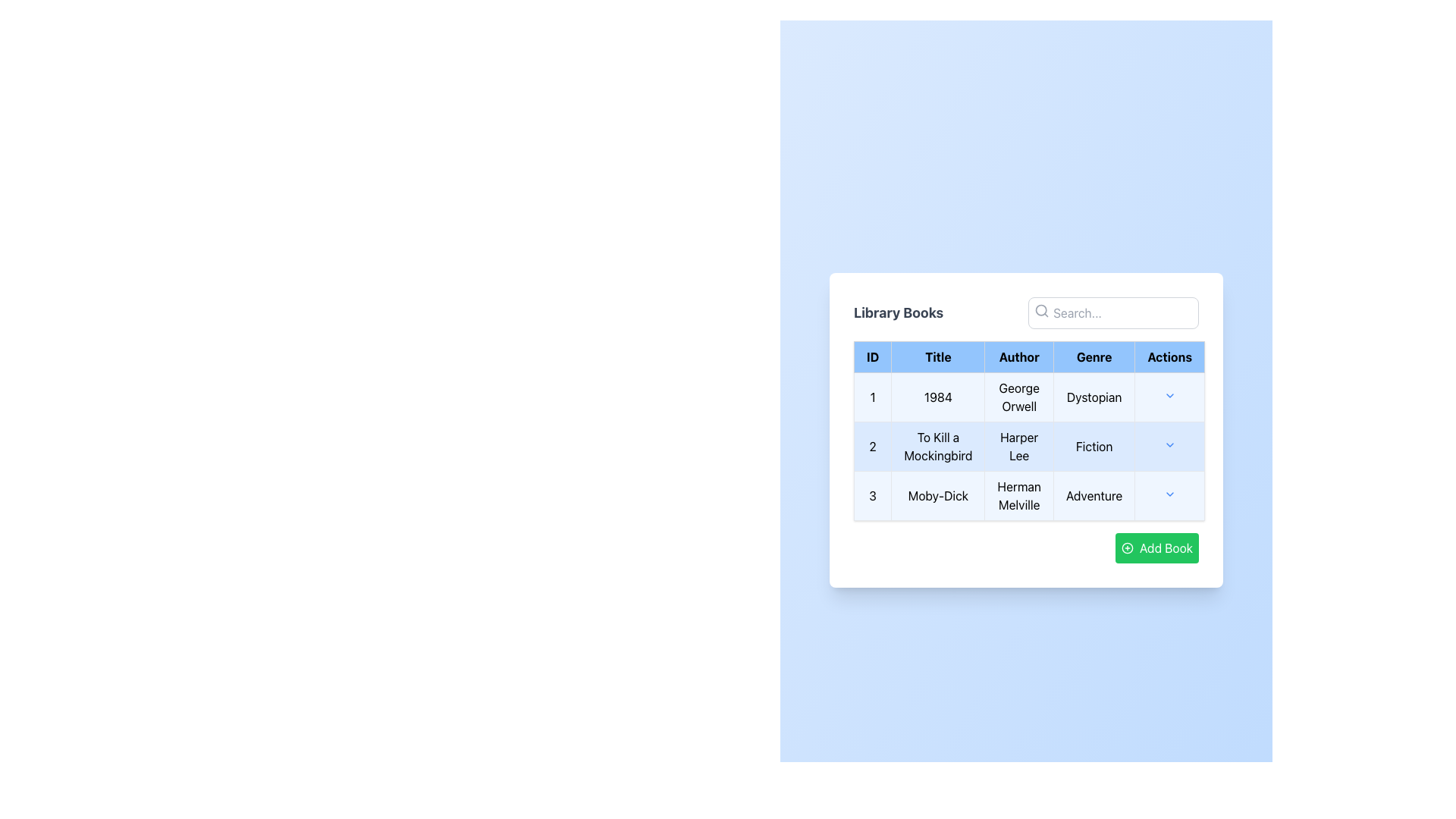 This screenshot has height=819, width=1456. Describe the element at coordinates (1019, 495) in the screenshot. I see `the text display cell containing 'Herman Melville' in the 'Author' column of the table for the book 'Moby-Dick'` at that location.